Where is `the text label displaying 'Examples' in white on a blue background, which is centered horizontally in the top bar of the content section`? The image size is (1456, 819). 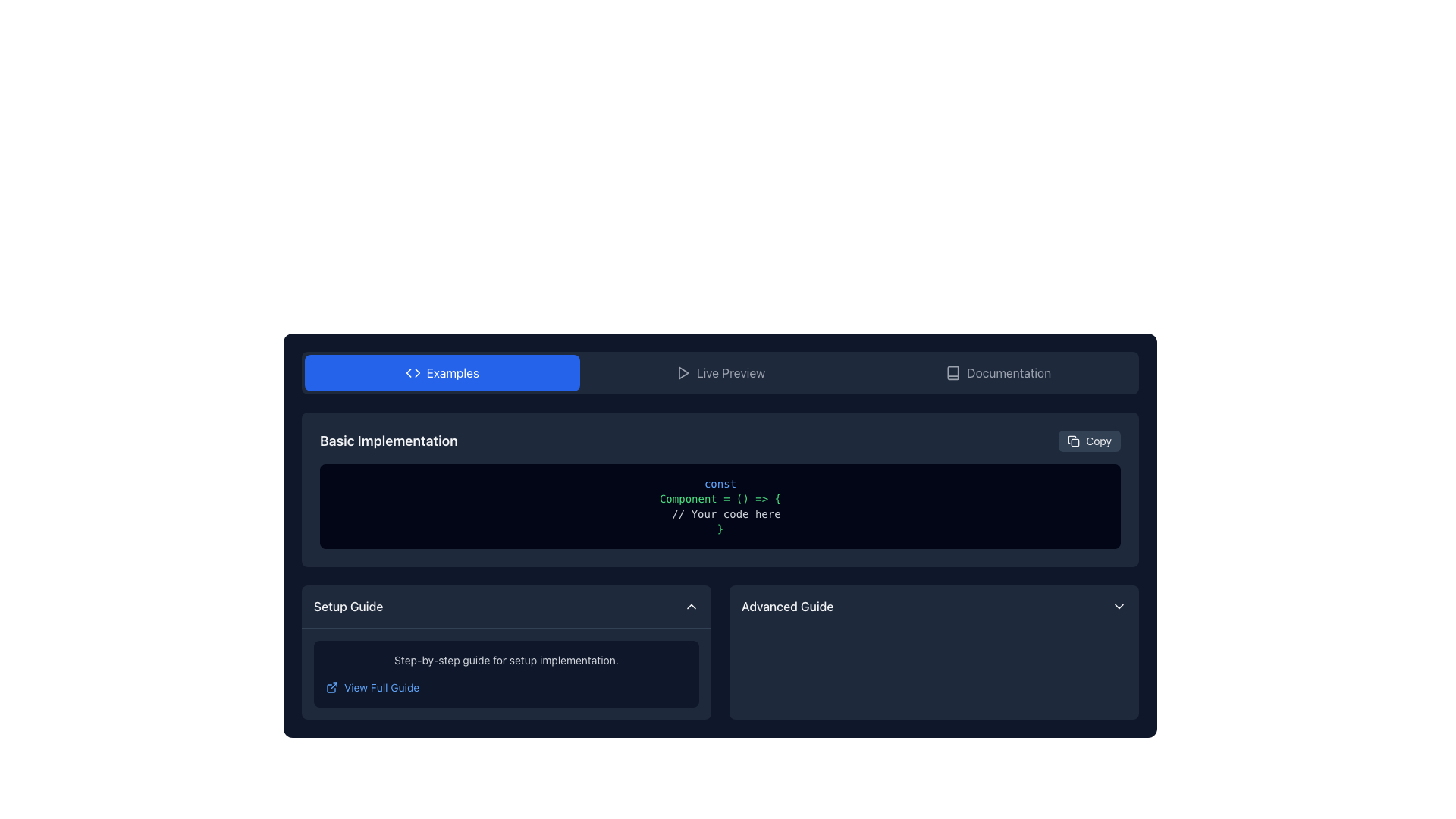 the text label displaying 'Examples' in white on a blue background, which is centered horizontally in the top bar of the content section is located at coordinates (452, 373).